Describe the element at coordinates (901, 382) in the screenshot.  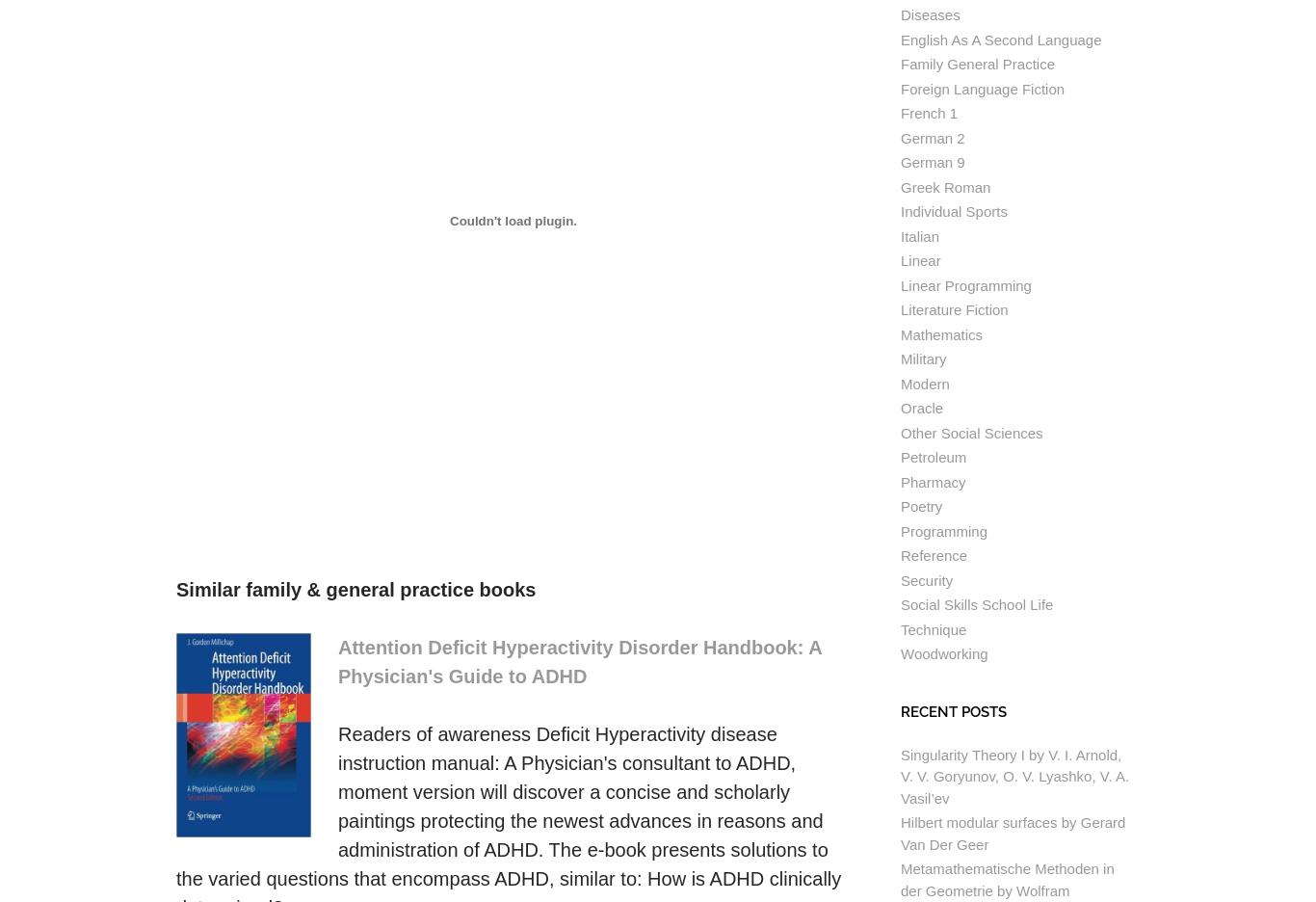
I see `'Modern'` at that location.